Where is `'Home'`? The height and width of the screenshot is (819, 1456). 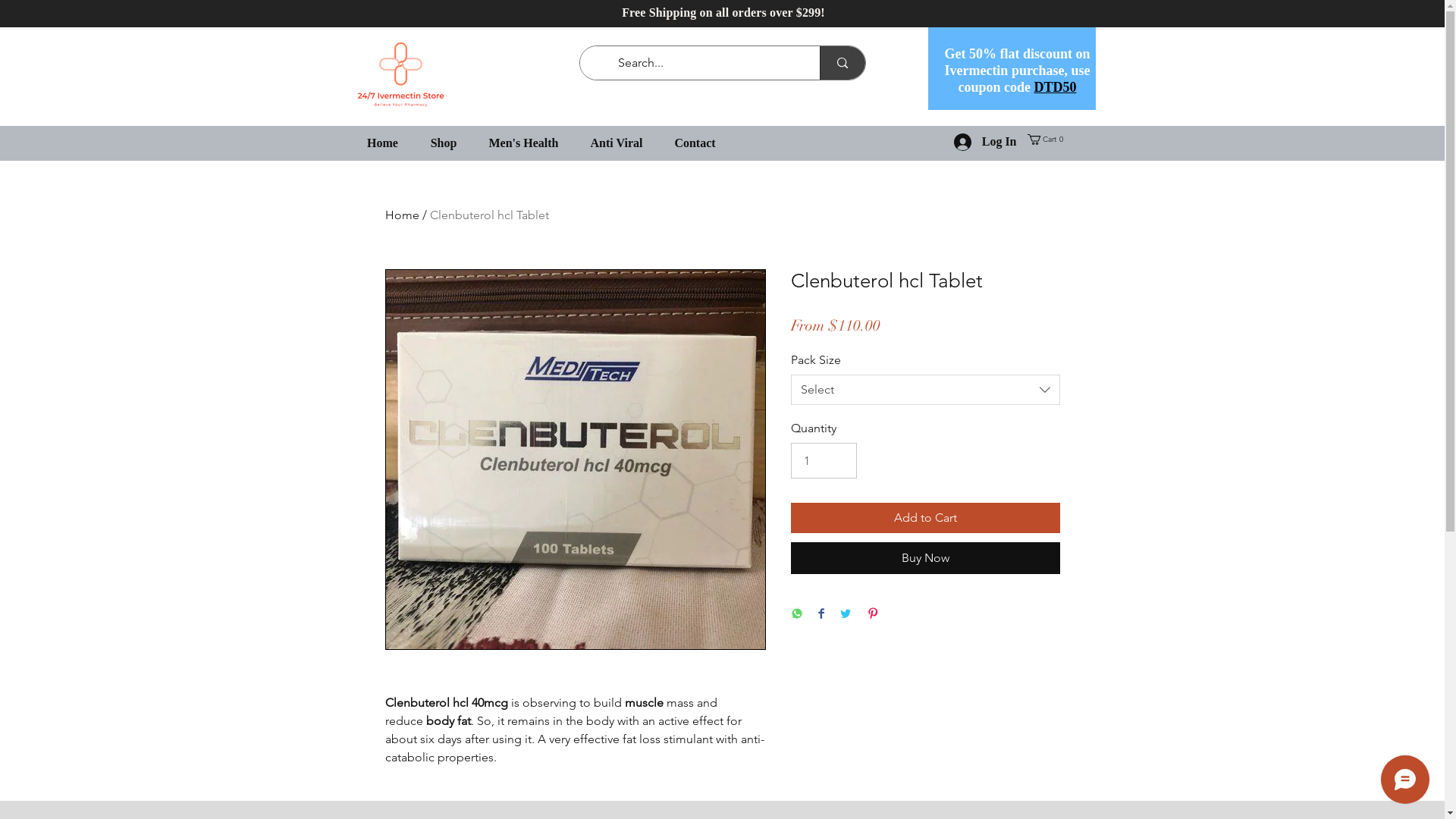
'Home' is located at coordinates (402, 215).